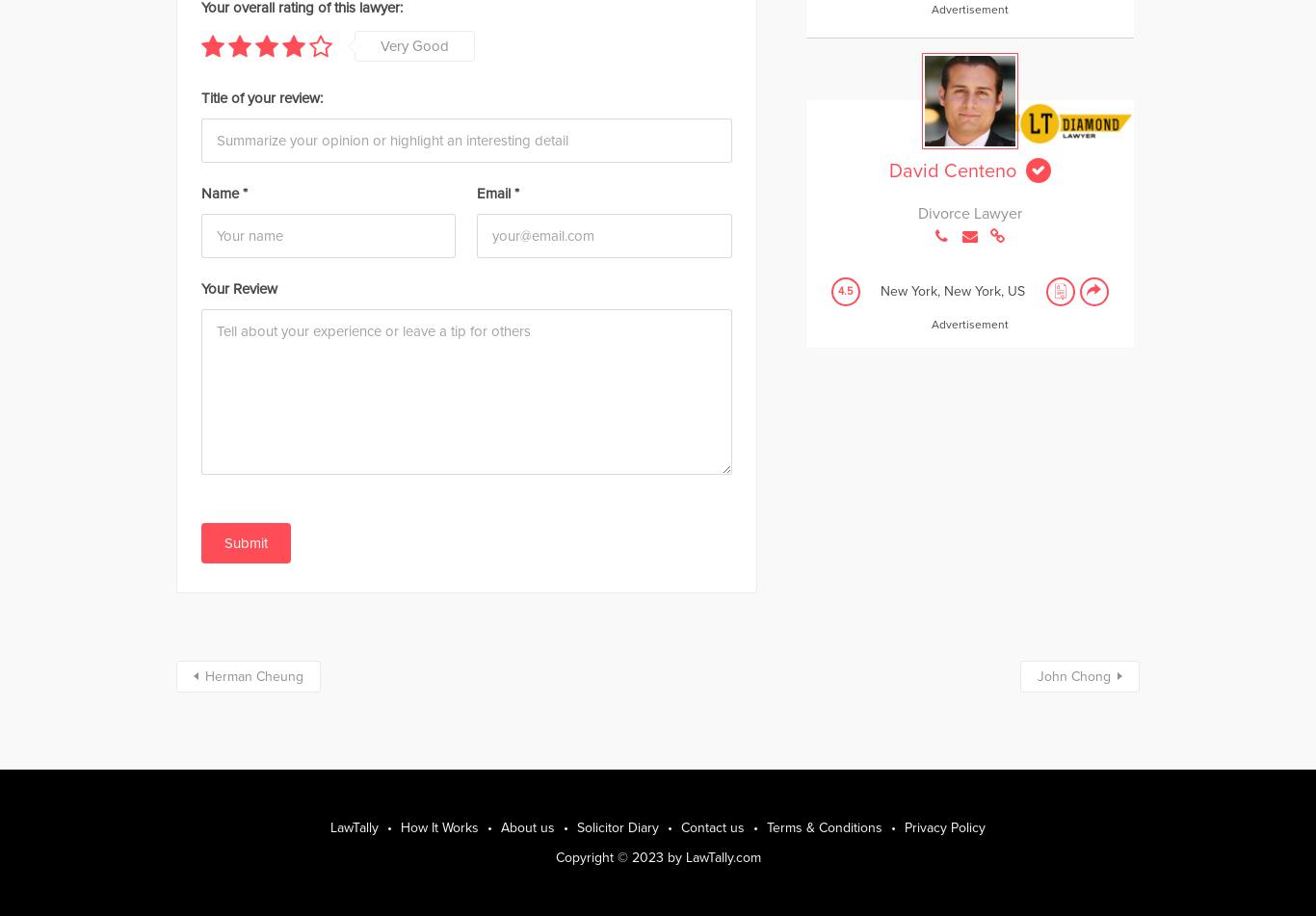  What do you see at coordinates (501, 825) in the screenshot?
I see `'About us'` at bounding box center [501, 825].